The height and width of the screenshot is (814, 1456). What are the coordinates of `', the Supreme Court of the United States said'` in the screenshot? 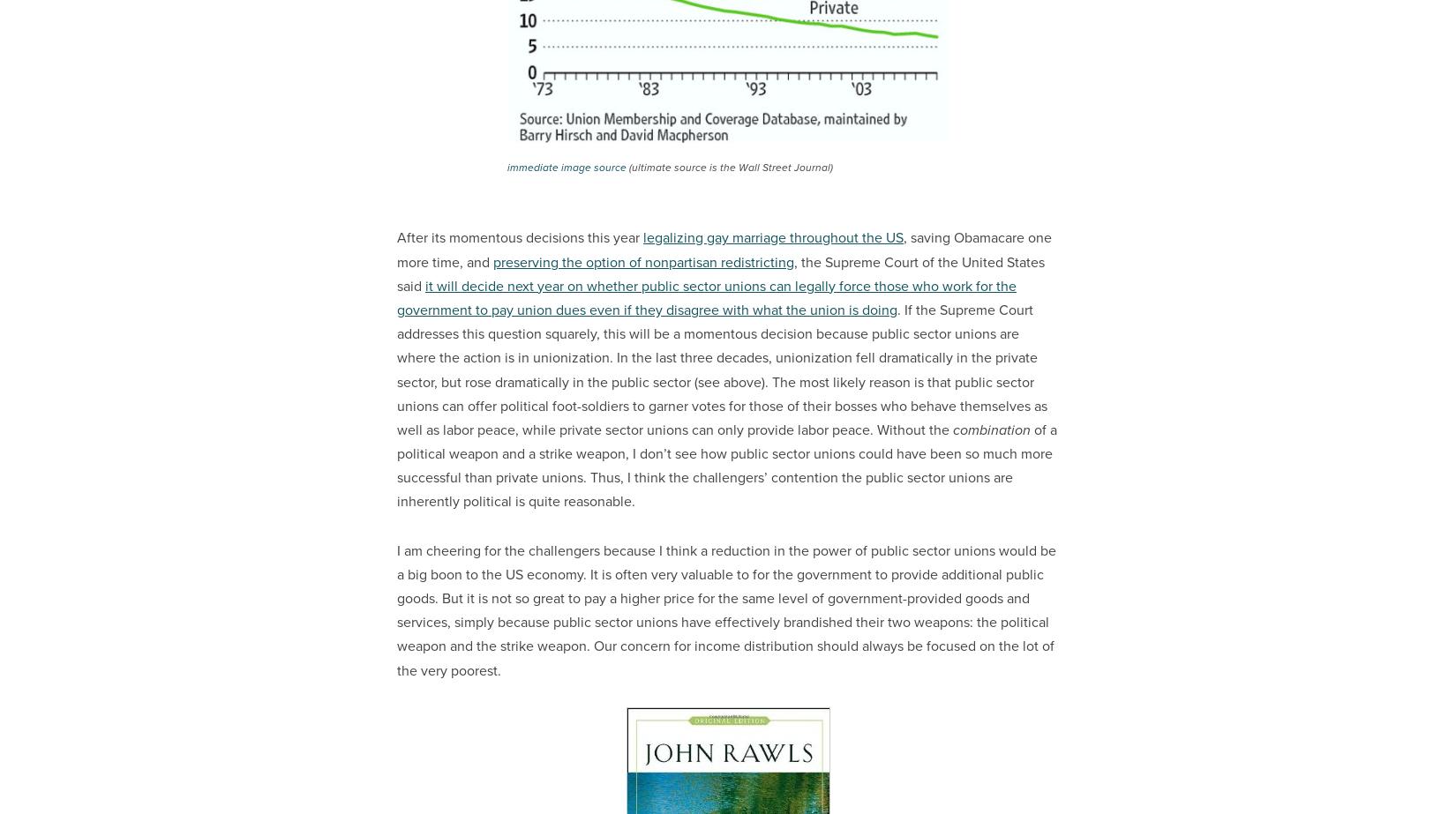 It's located at (395, 273).